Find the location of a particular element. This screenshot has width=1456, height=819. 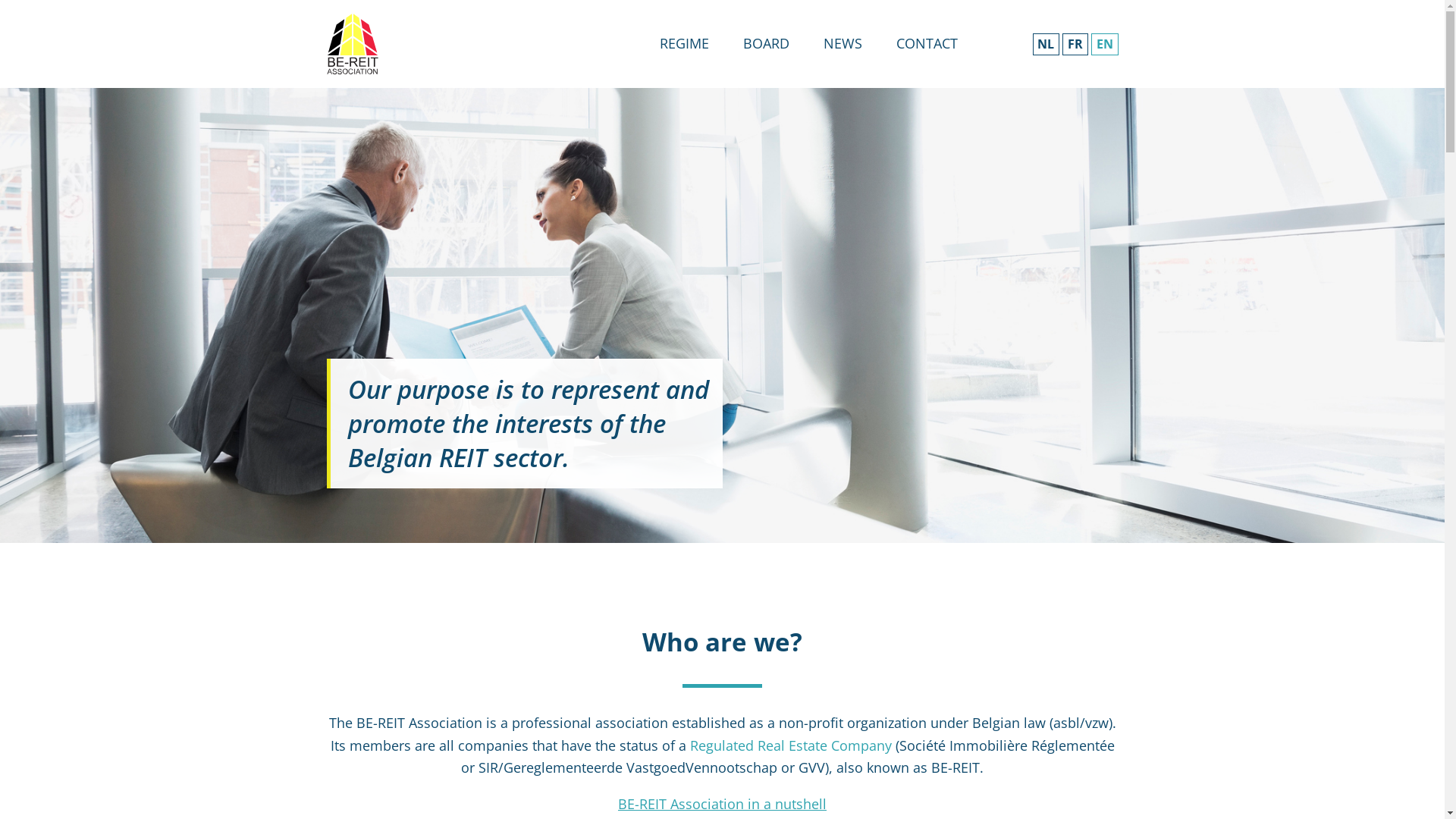

'FR' is located at coordinates (1074, 43).